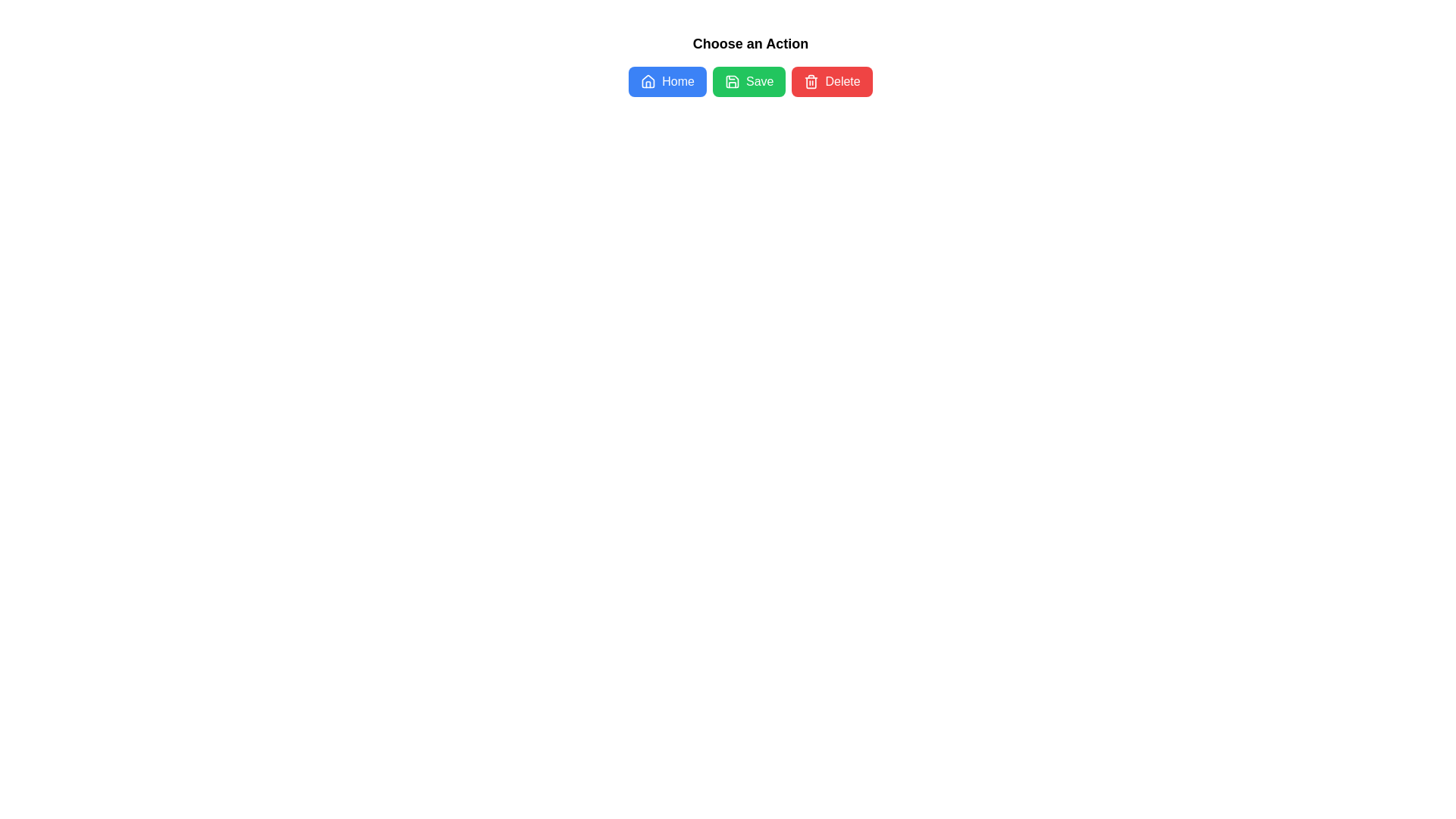 This screenshot has height=819, width=1456. I want to click on the 'Save' button with a green background and white rounded corners, so click(750, 82).